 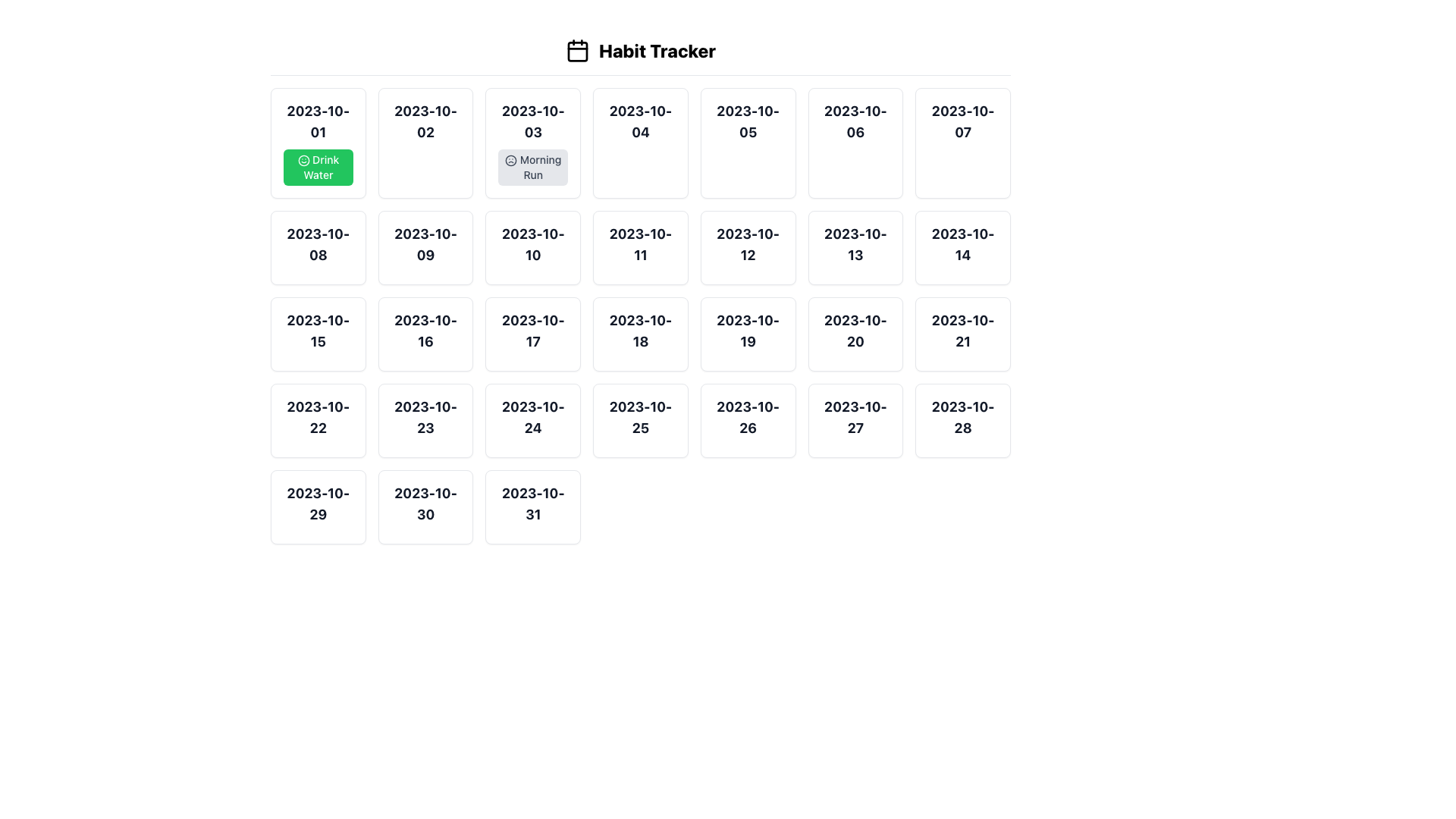 I want to click on the text label indicating the date '2023-10-17' in the calendar display, which is located in the third row and third column of the calendar grid, so click(x=533, y=330).